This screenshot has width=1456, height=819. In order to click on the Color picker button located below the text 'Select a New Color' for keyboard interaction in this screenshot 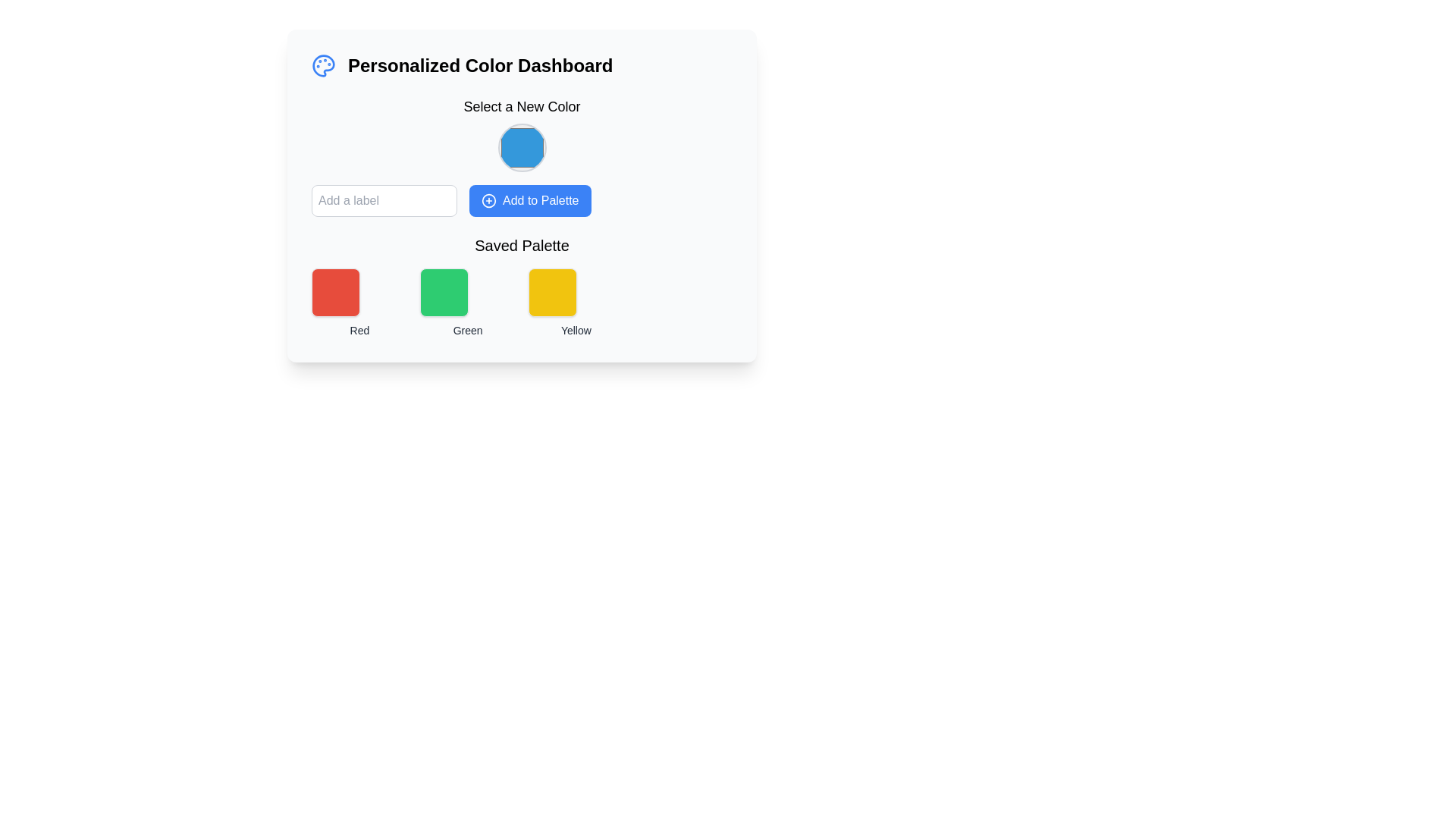, I will do `click(522, 148)`.